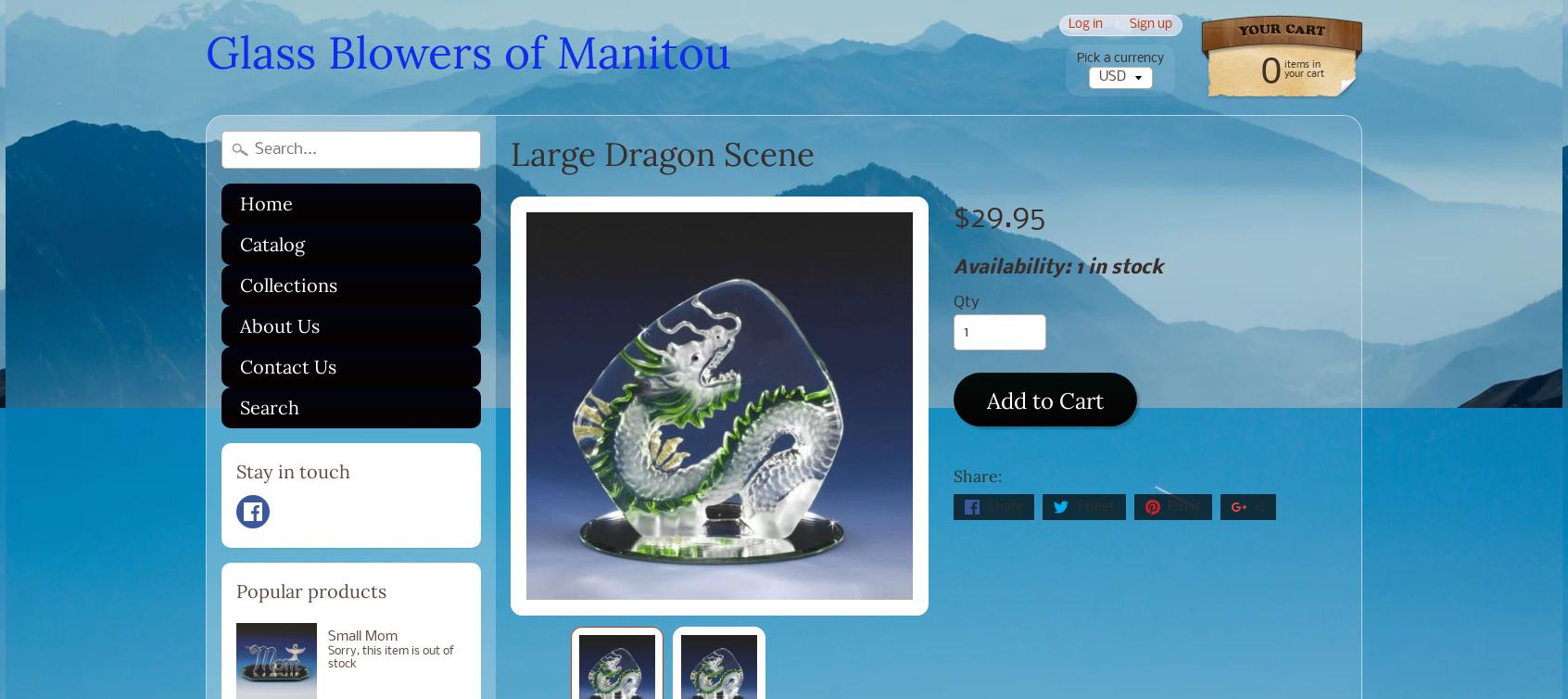  Describe the element at coordinates (1271, 70) in the screenshot. I see `'0'` at that location.